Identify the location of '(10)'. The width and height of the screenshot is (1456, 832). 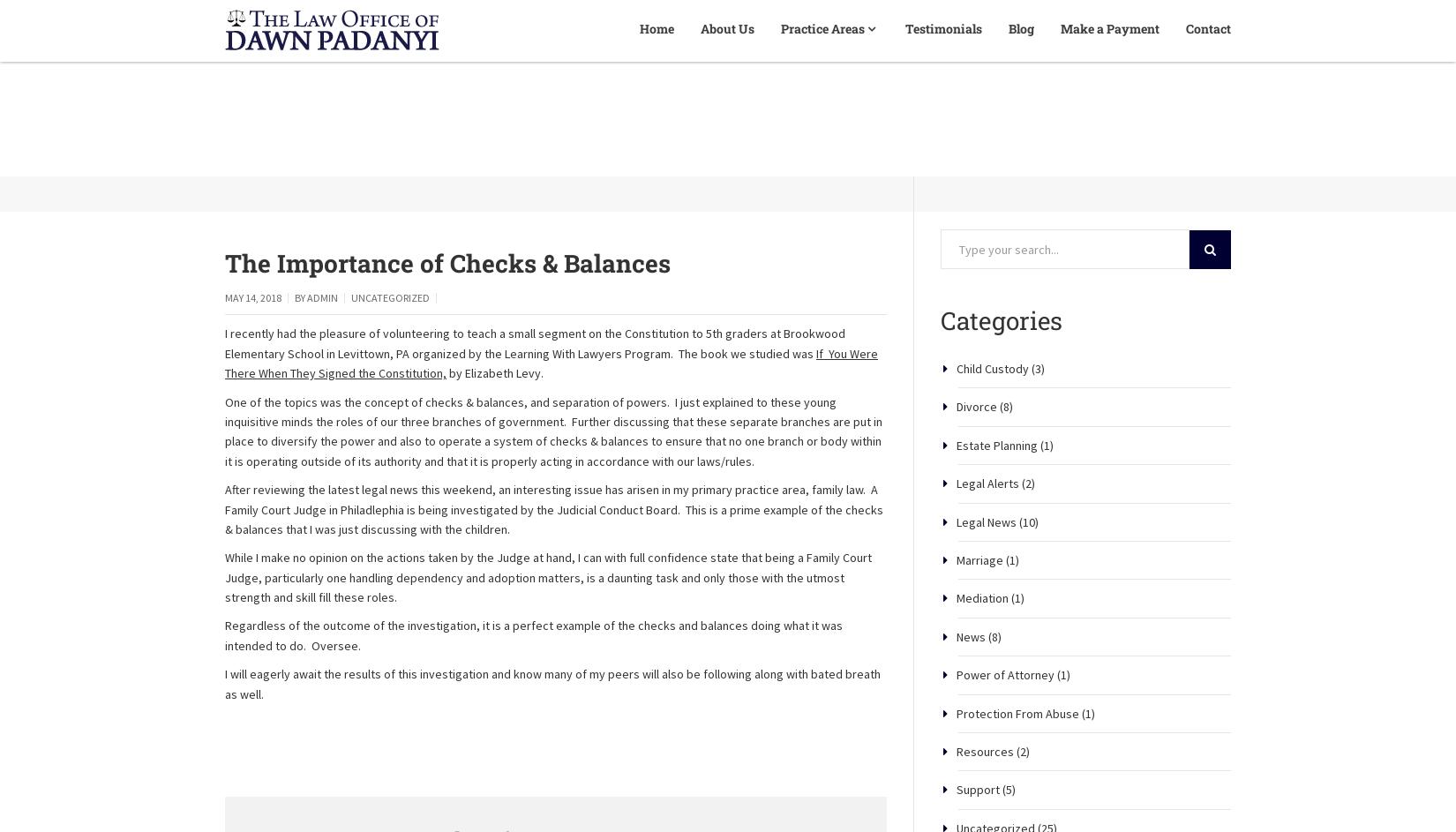
(1027, 583).